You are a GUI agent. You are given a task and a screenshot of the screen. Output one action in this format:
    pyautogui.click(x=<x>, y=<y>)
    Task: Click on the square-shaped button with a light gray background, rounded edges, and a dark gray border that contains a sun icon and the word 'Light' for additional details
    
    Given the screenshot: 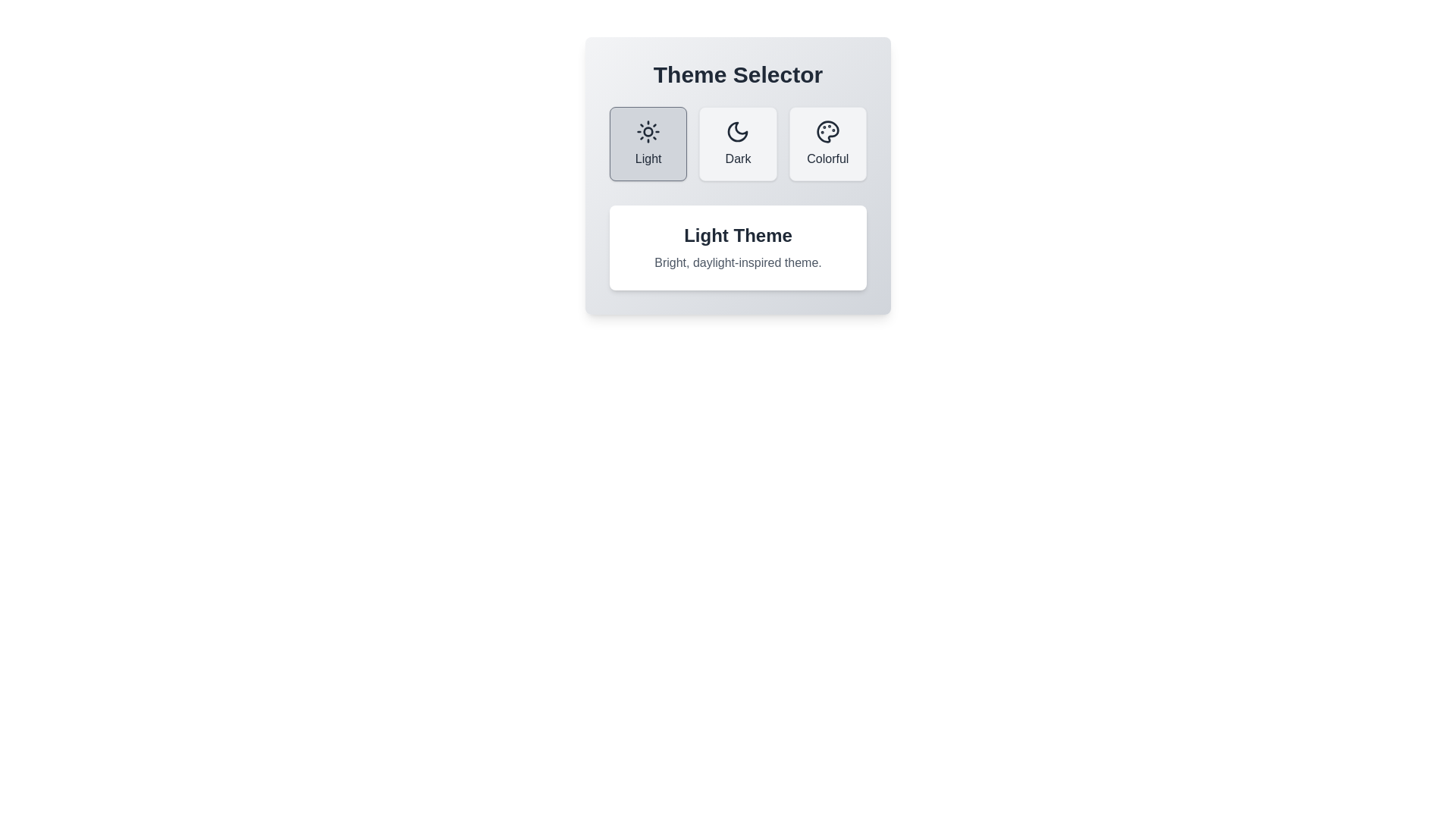 What is the action you would take?
    pyautogui.click(x=648, y=143)
    